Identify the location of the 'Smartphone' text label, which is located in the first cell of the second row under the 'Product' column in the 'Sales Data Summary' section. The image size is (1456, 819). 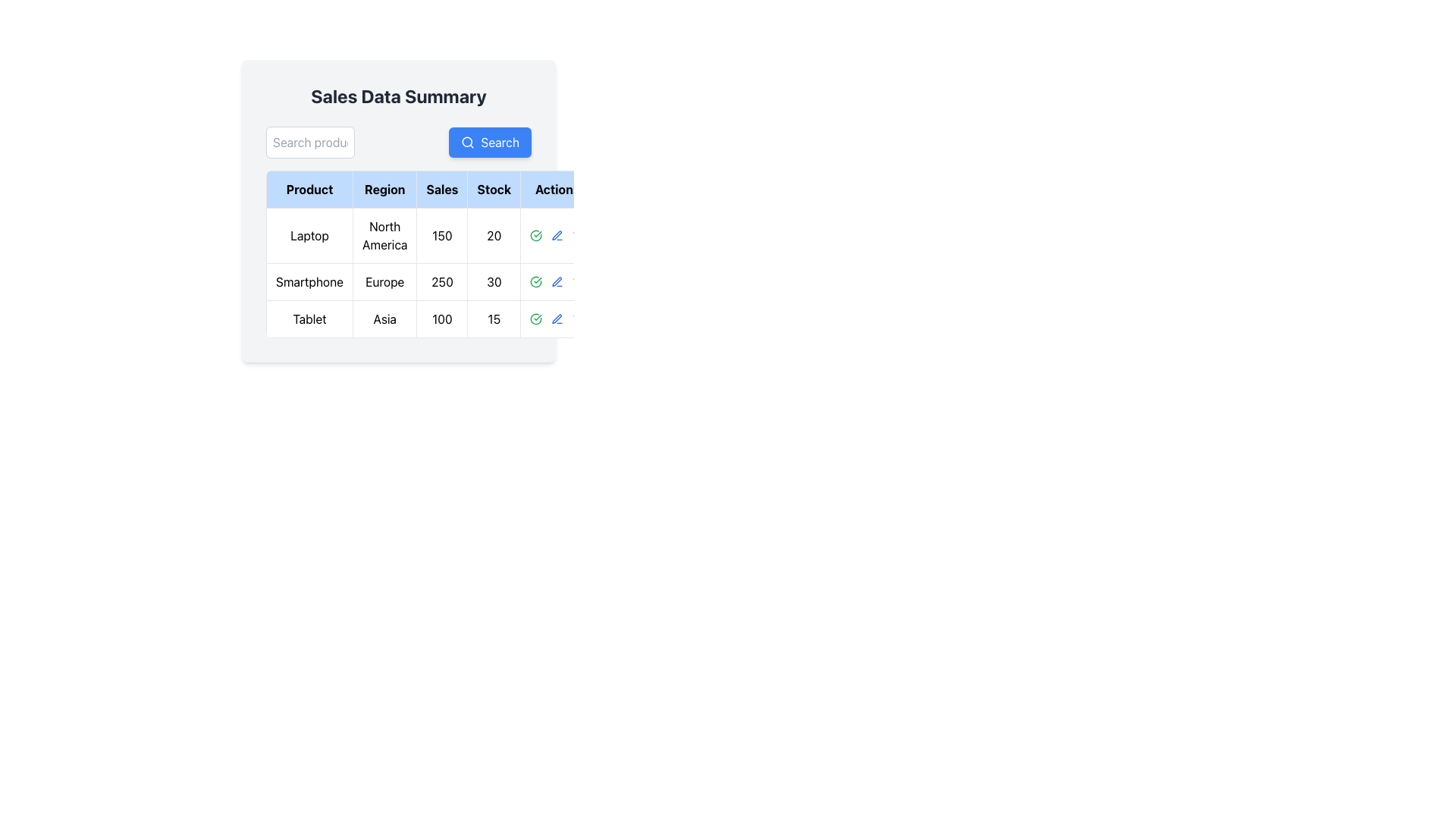
(309, 281).